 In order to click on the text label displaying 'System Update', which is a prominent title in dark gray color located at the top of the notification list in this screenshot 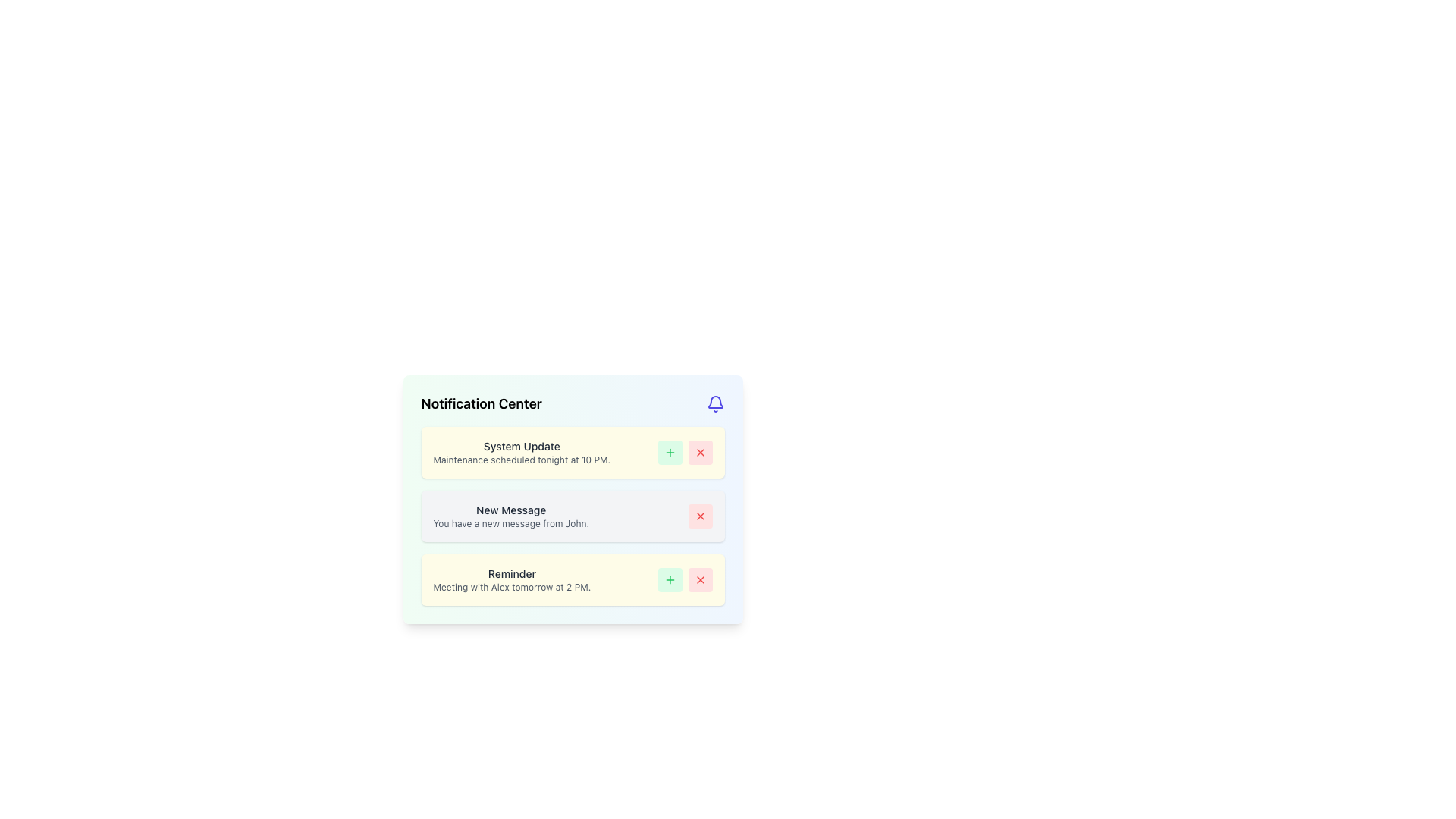, I will do `click(522, 446)`.